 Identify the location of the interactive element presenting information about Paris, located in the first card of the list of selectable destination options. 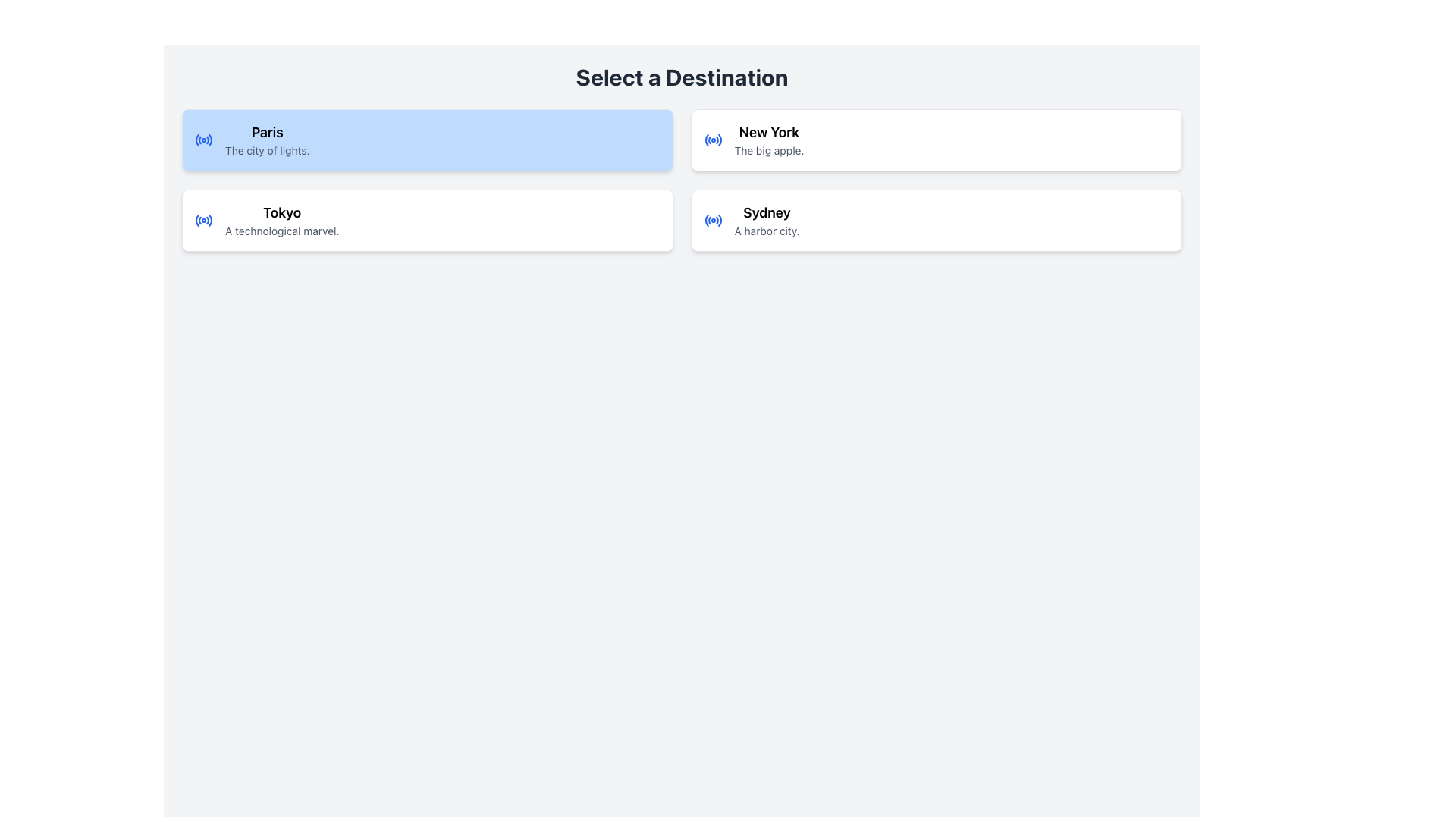
(426, 140).